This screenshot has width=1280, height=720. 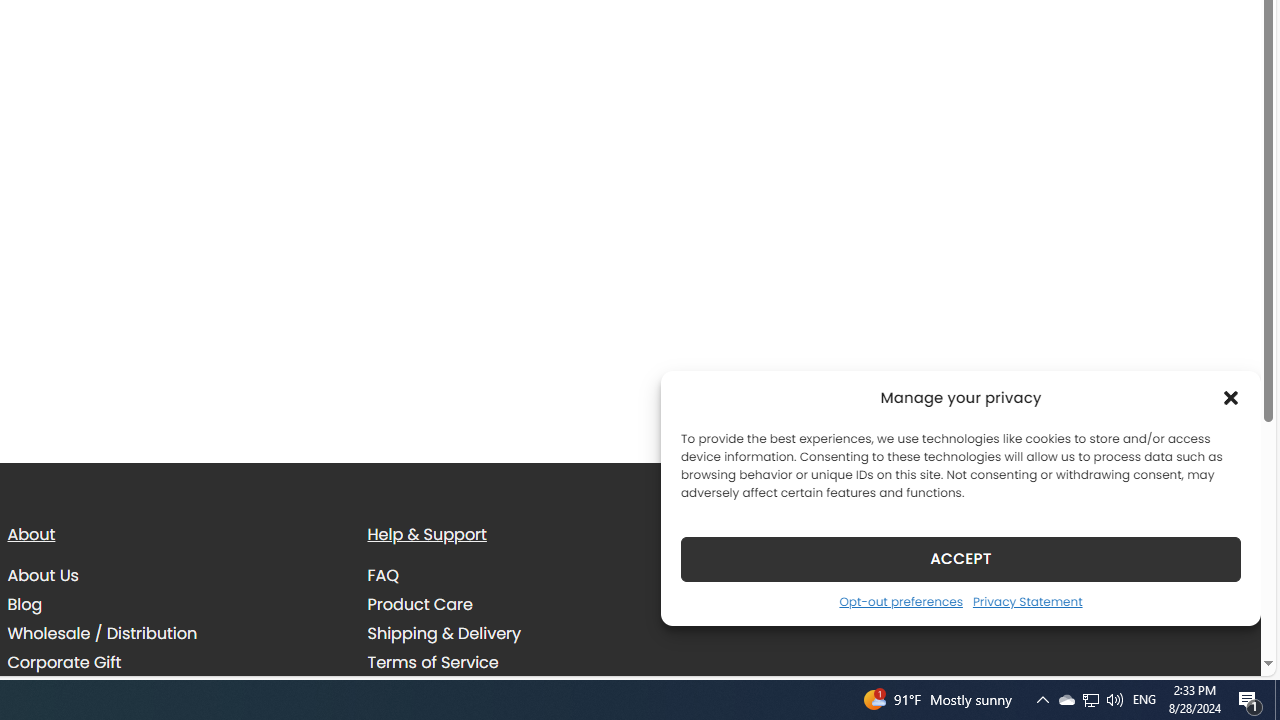 I want to click on 'Opt-out preferences', so click(x=899, y=600).